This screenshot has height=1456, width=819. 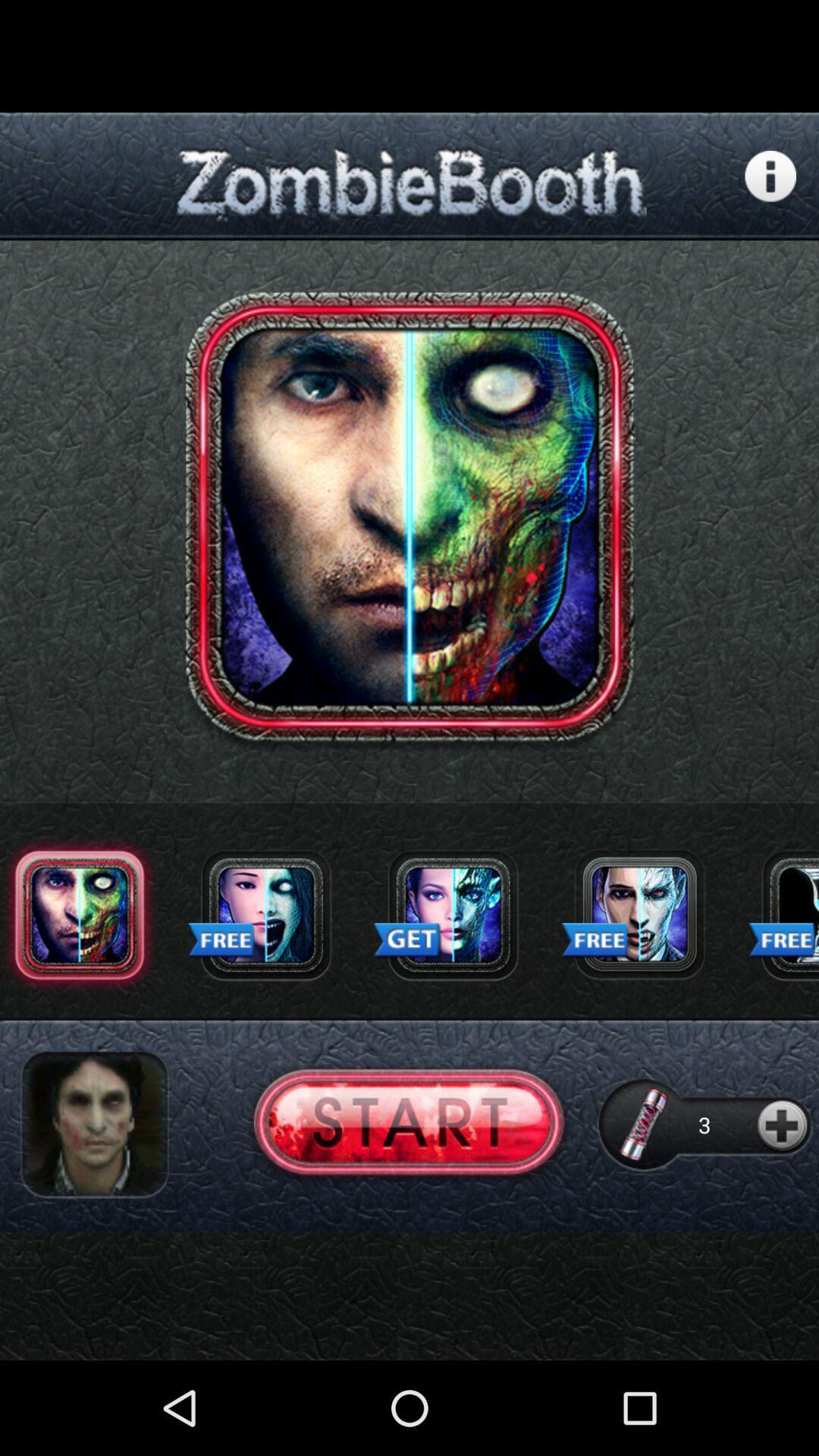 What do you see at coordinates (452, 914) in the screenshot?
I see `get` at bounding box center [452, 914].